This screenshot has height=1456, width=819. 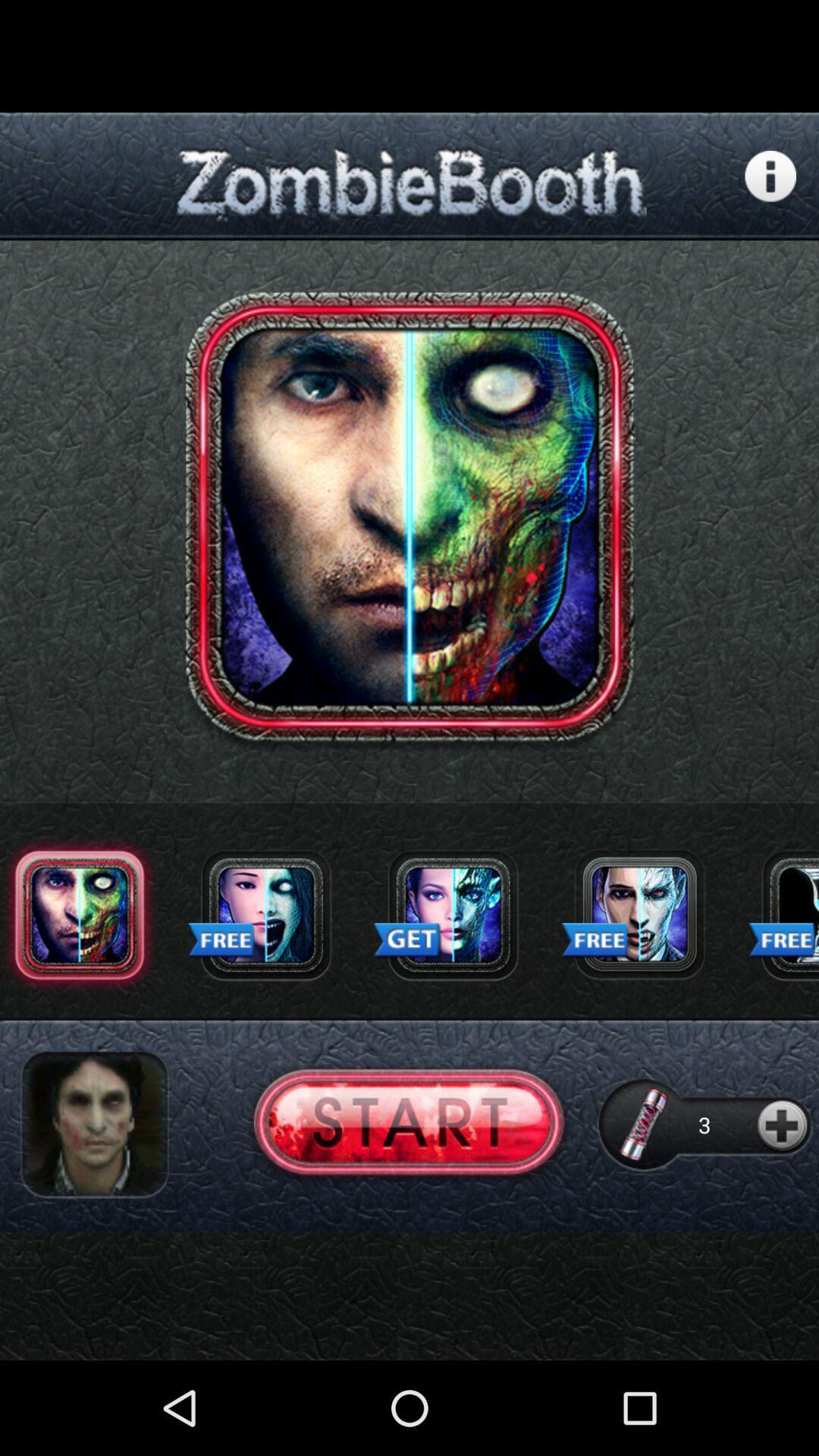 What do you see at coordinates (452, 914) in the screenshot?
I see `get` at bounding box center [452, 914].